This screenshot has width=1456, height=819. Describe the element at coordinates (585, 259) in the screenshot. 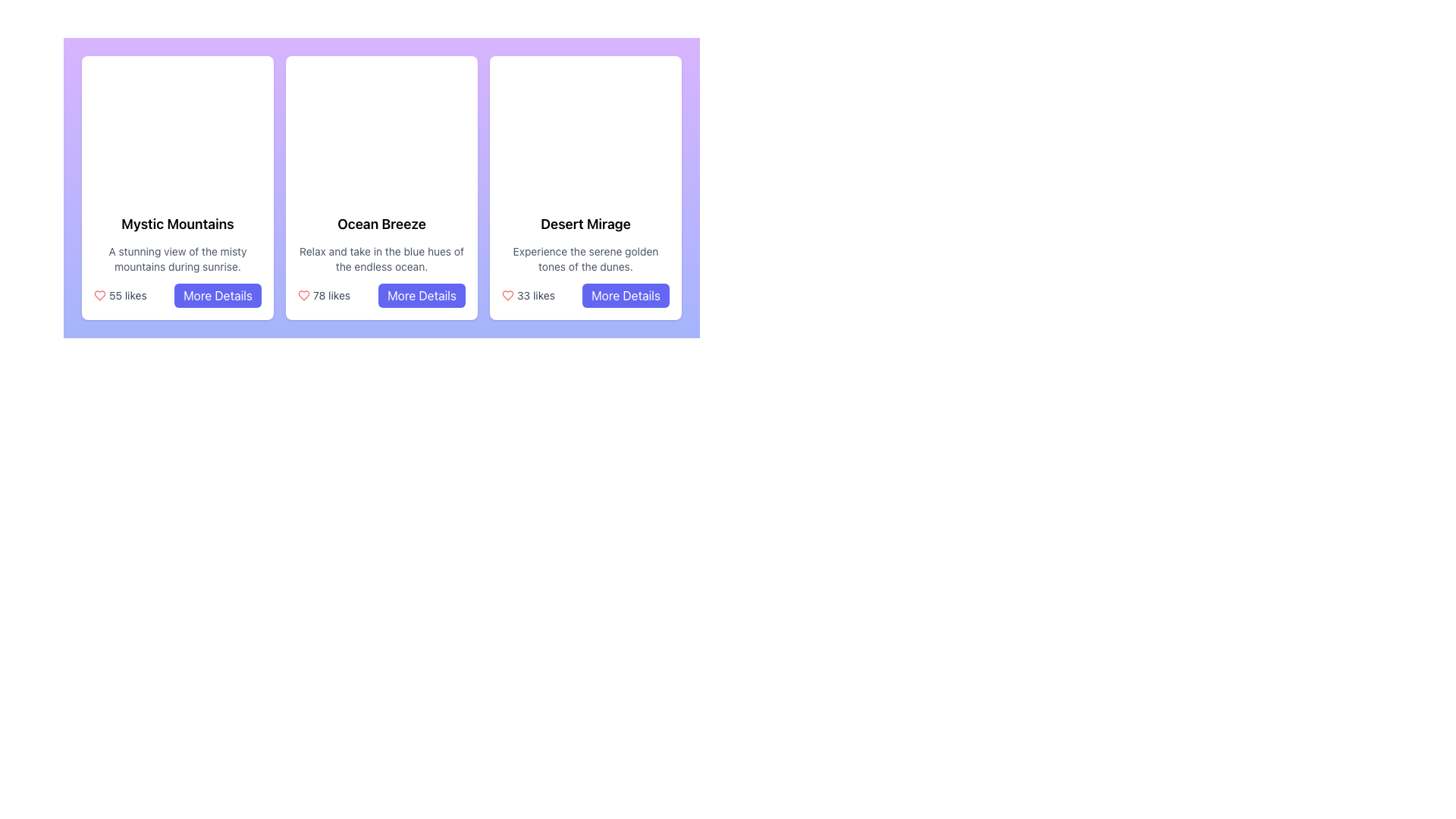

I see `the descriptive text element that provides additional information about 'Desert Mirage', which is positioned below the title and above the like count and 'More Details' button` at that location.